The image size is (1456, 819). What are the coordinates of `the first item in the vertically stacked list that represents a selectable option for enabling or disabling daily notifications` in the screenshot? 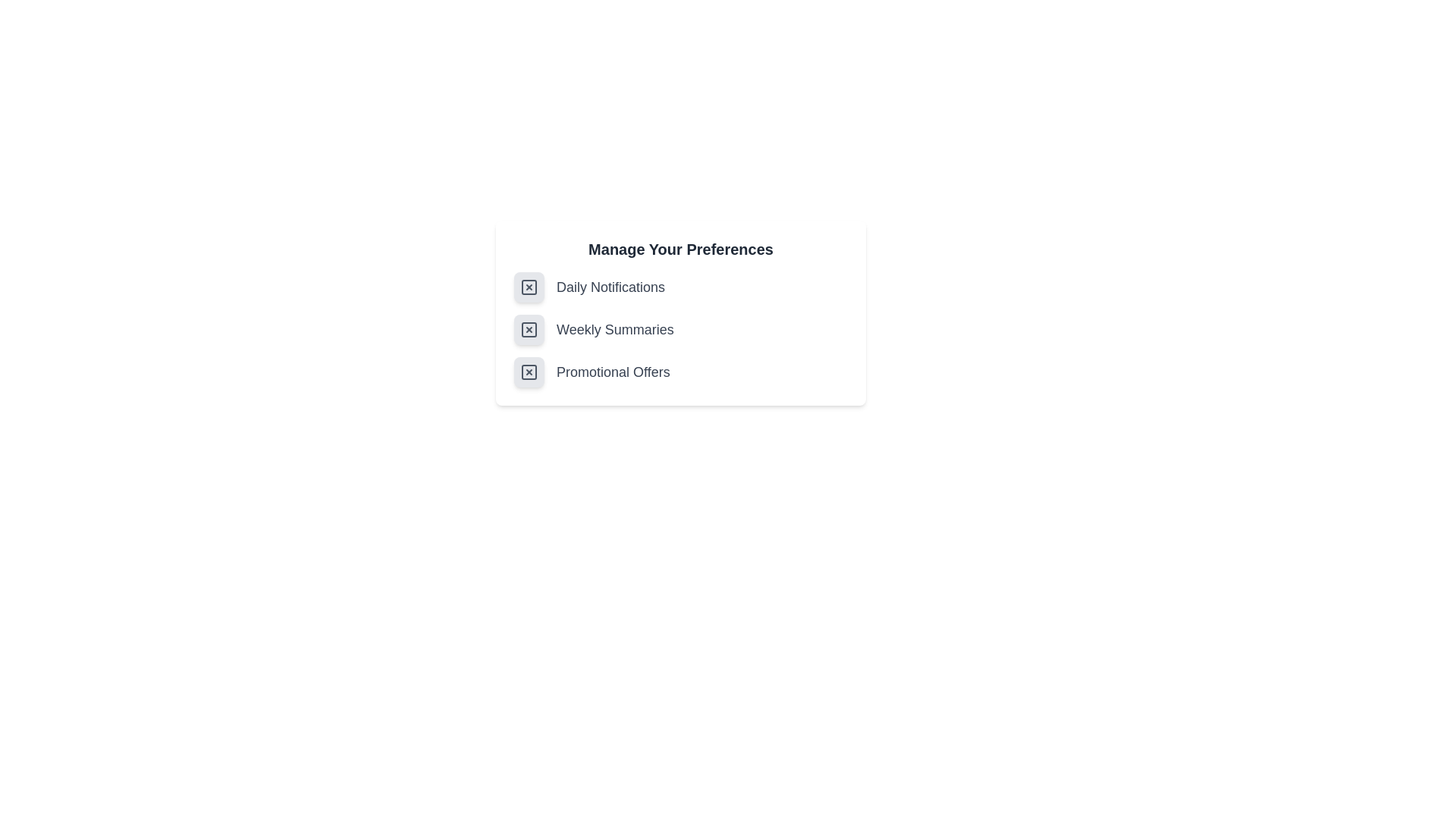 It's located at (679, 287).